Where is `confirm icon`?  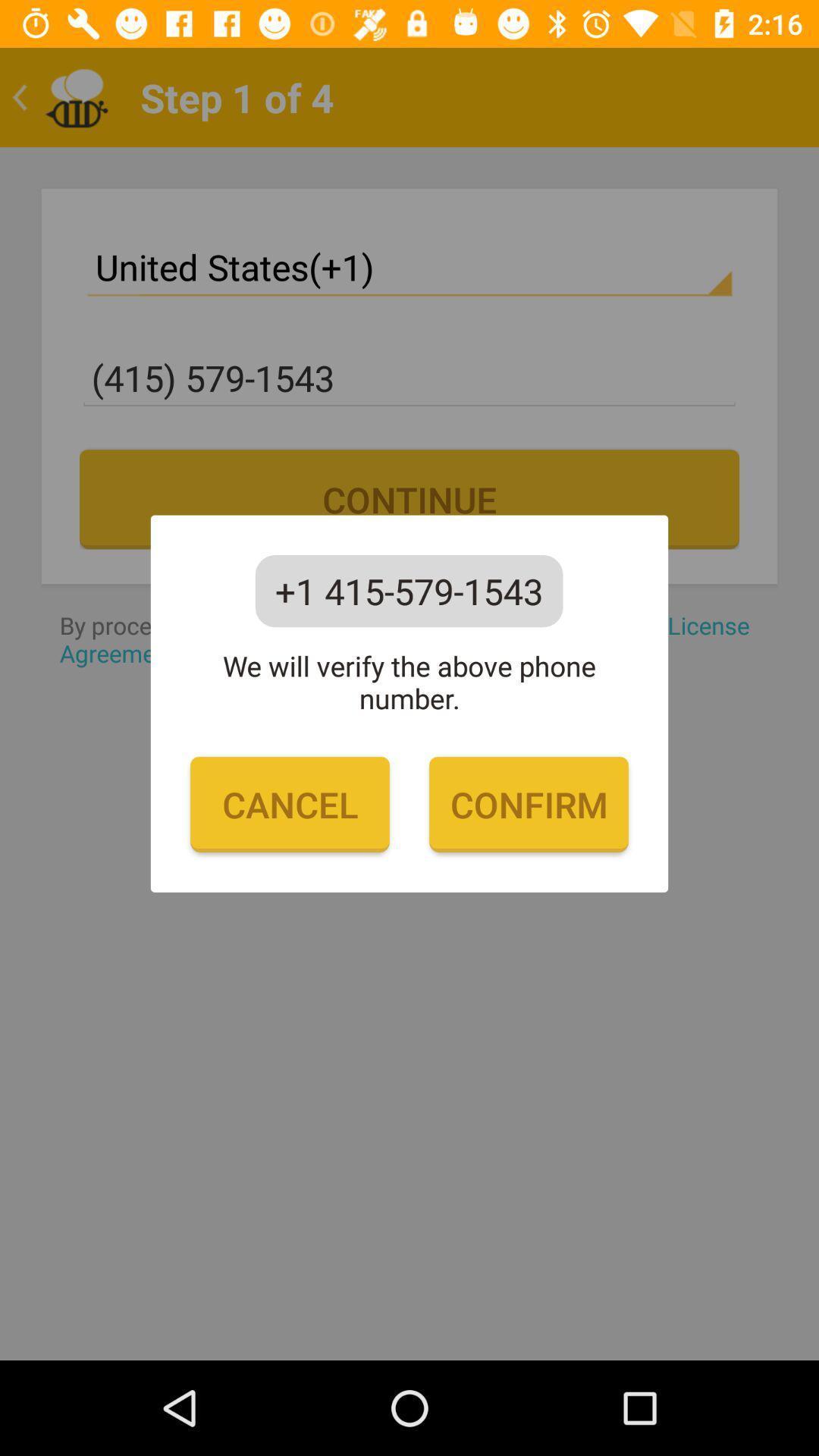 confirm icon is located at coordinates (528, 804).